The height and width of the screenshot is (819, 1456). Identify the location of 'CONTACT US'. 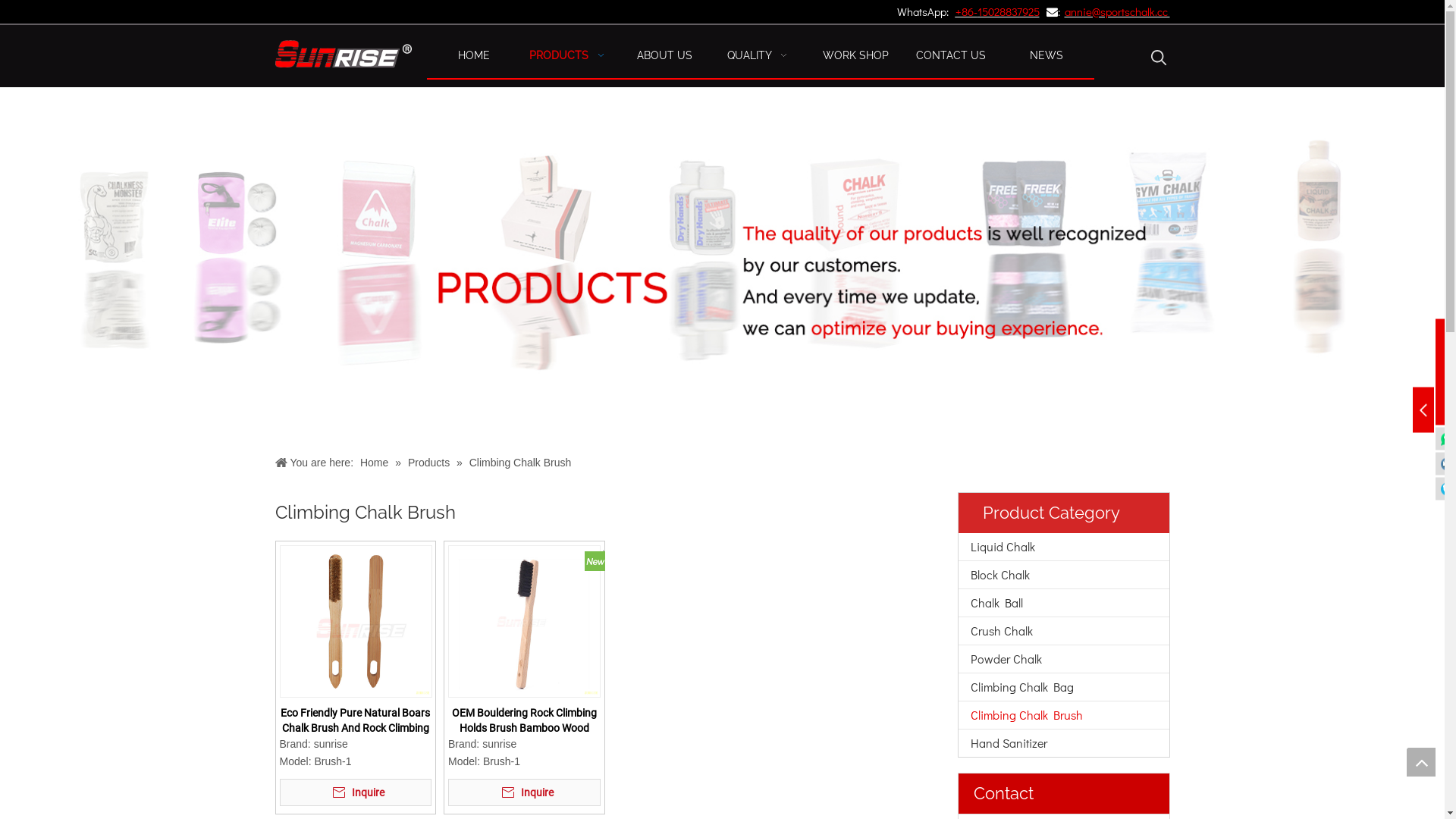
(949, 55).